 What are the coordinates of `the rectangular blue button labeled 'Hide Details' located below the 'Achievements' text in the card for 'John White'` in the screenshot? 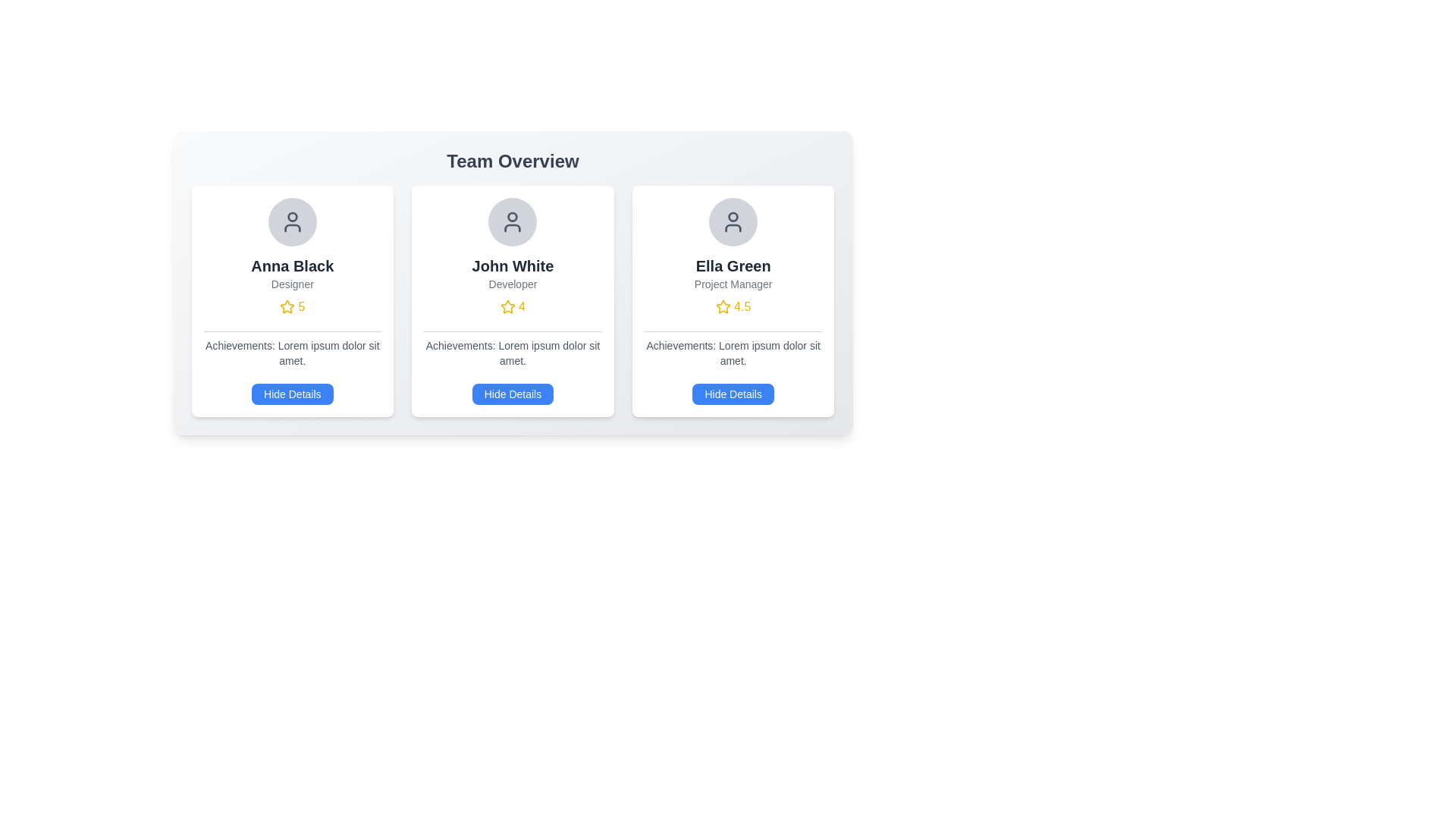 It's located at (513, 394).